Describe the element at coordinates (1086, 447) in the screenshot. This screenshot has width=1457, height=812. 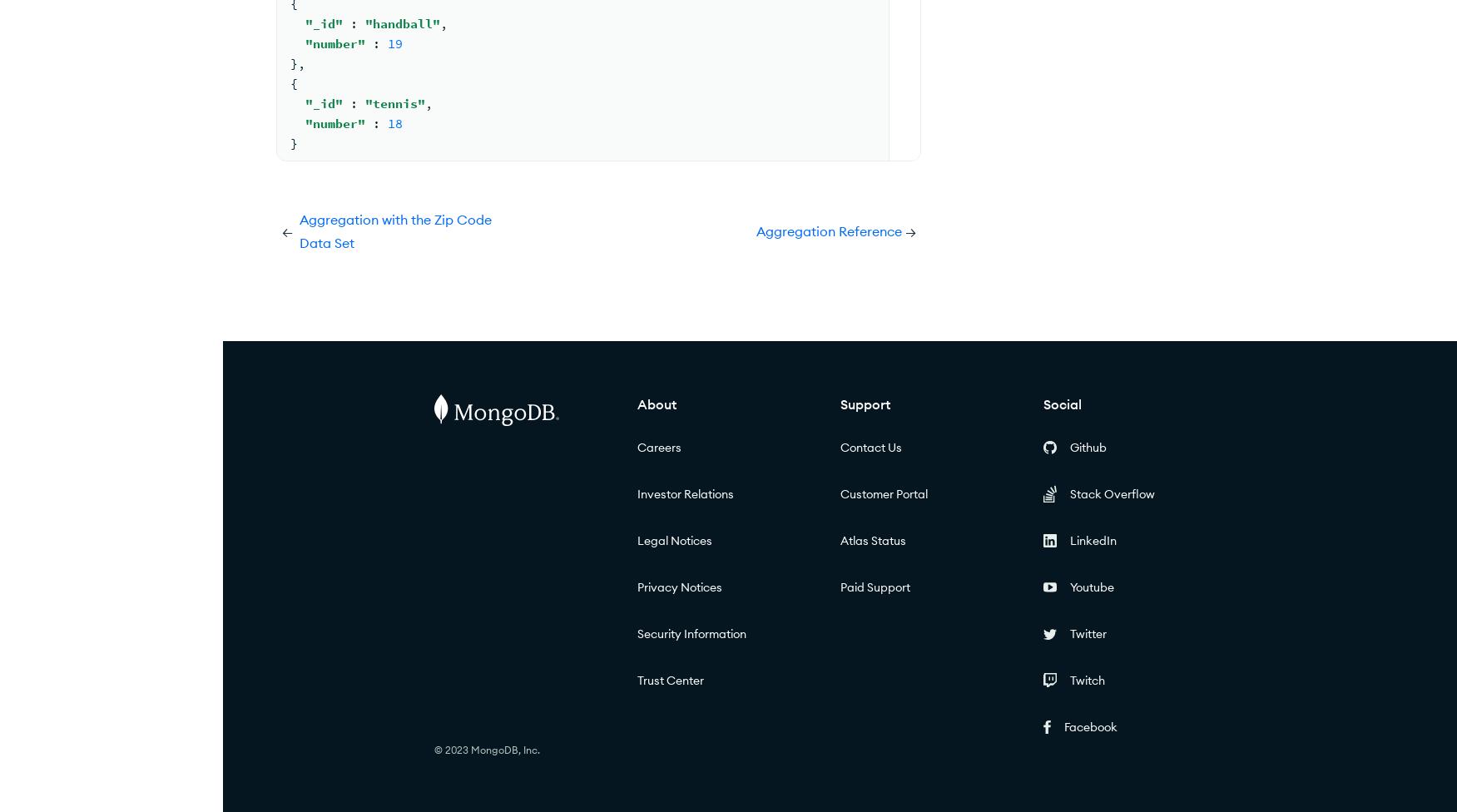
I see `'Github'` at that location.